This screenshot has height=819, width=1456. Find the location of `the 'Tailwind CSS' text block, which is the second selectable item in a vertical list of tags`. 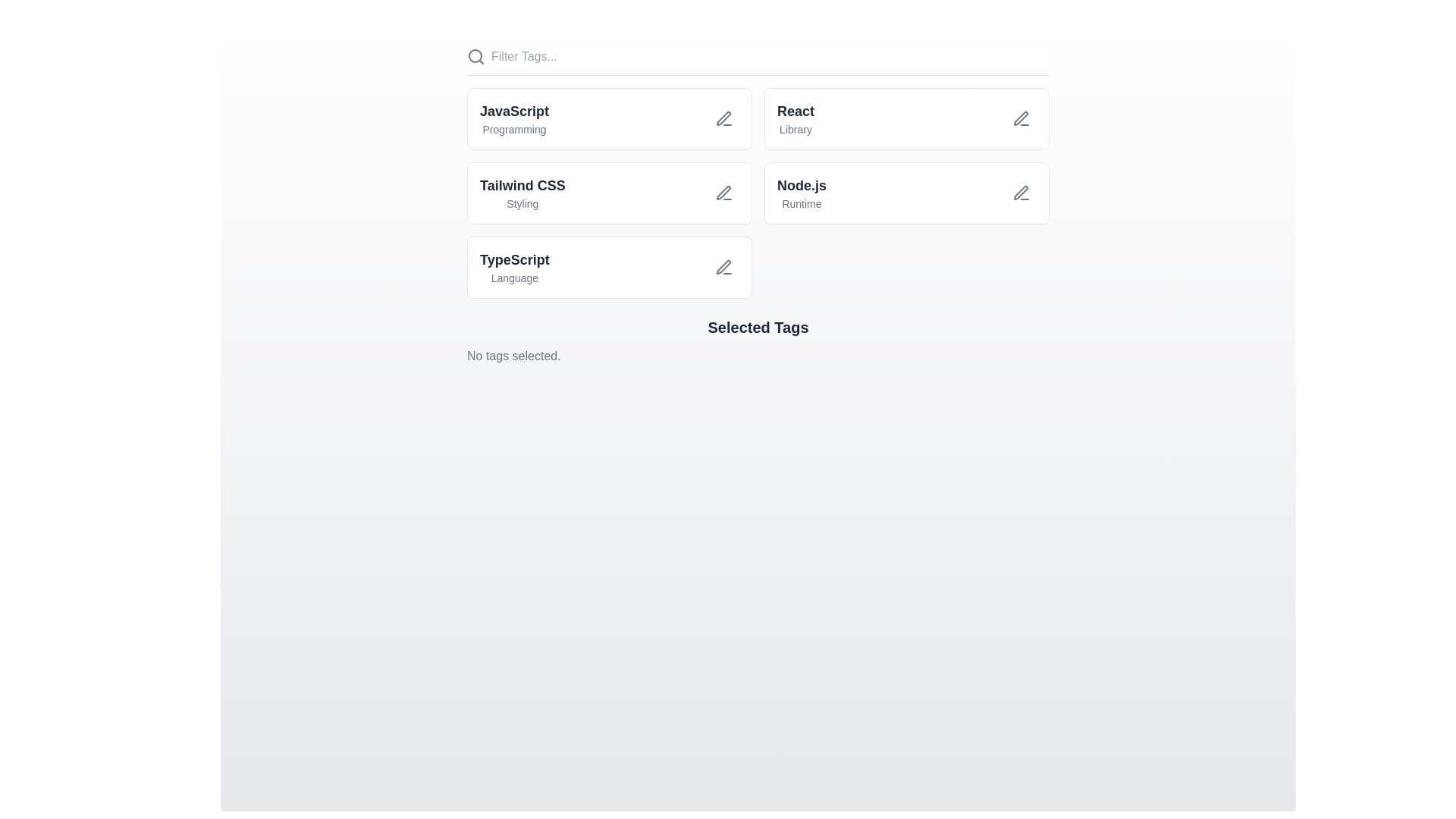

the 'Tailwind CSS' text block, which is the second selectable item in a vertical list of tags is located at coordinates (522, 192).